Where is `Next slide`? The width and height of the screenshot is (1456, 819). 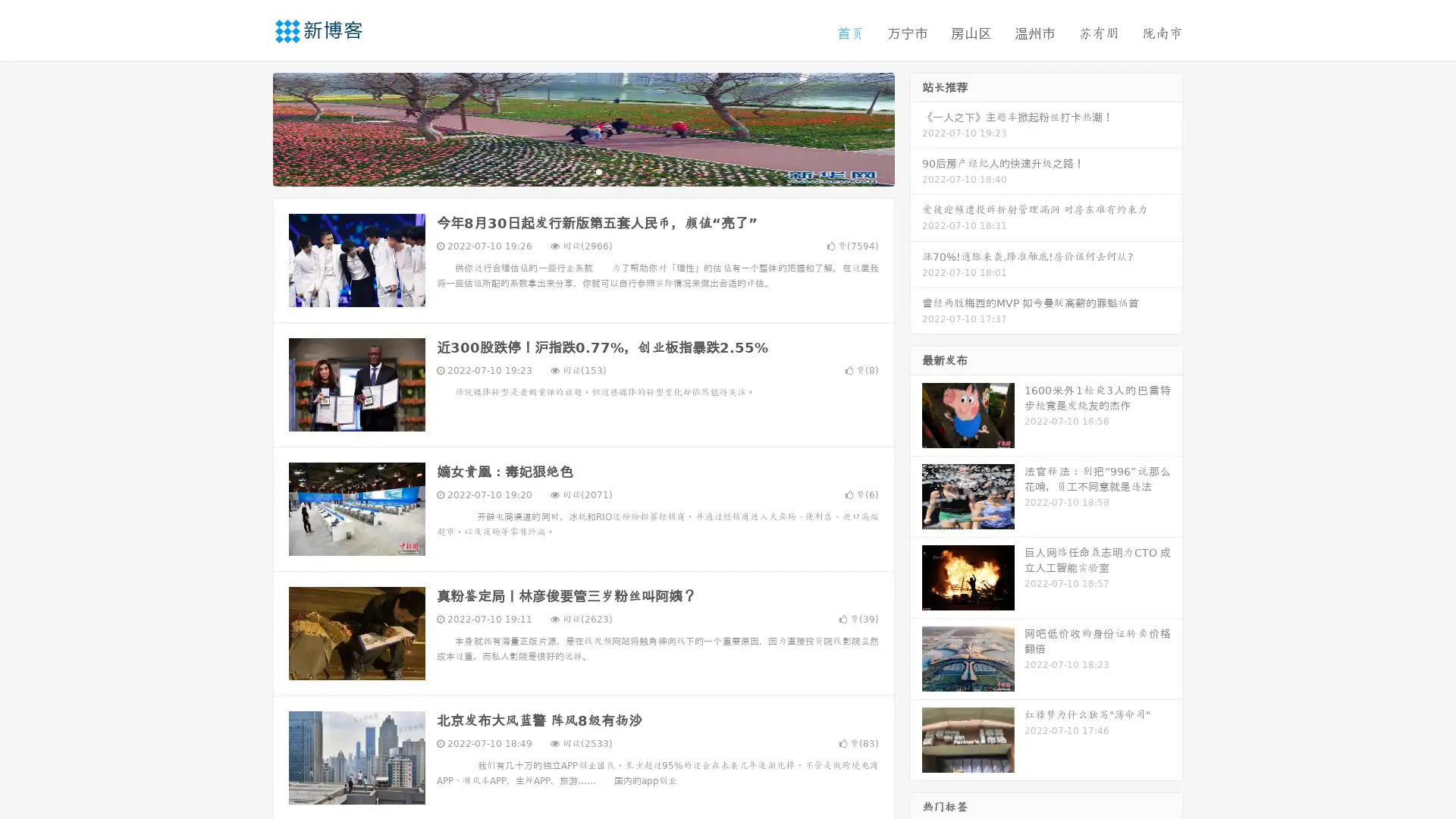
Next slide is located at coordinates (916, 127).